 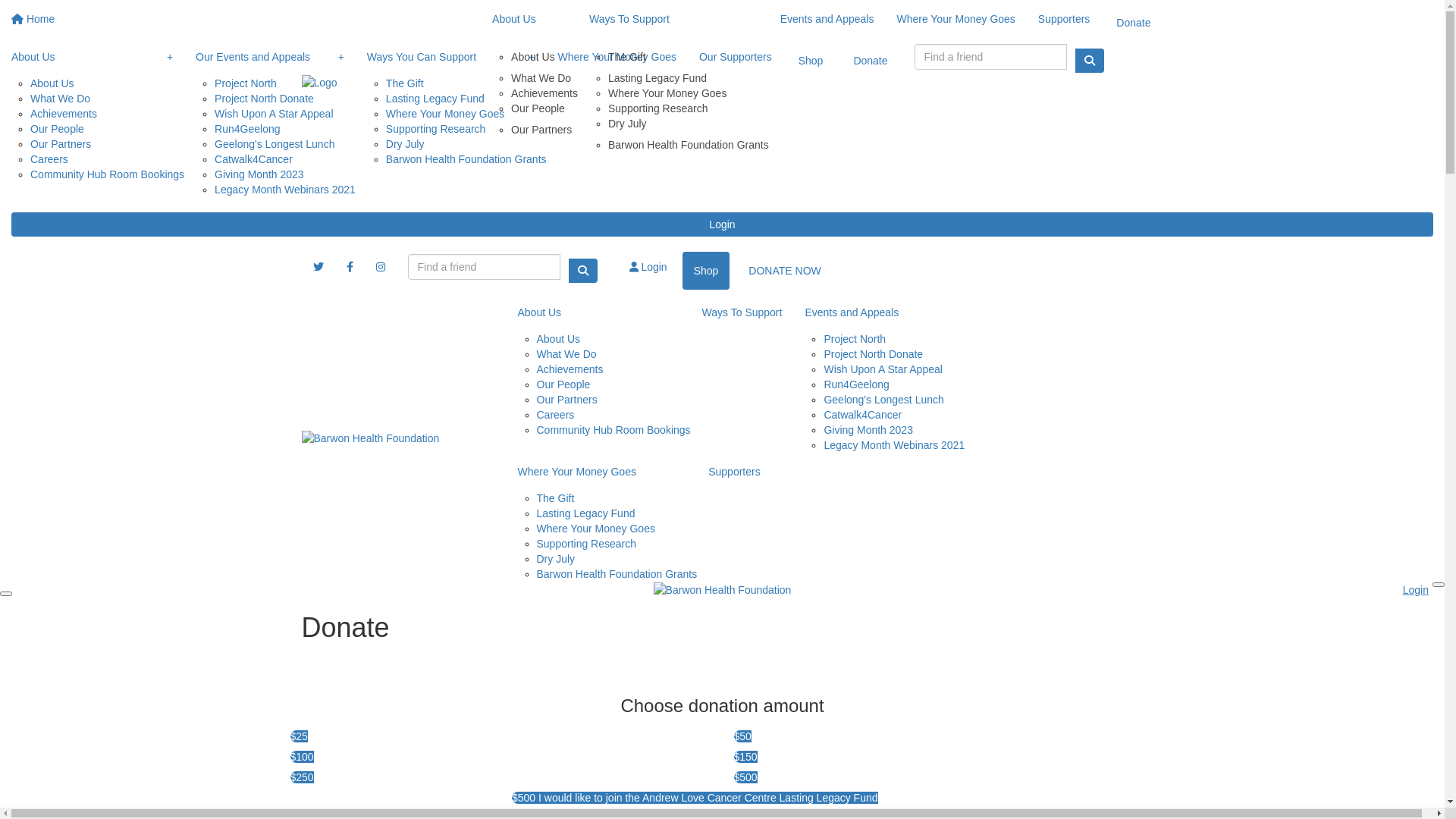 I want to click on 'Donate', so click(x=870, y=60).